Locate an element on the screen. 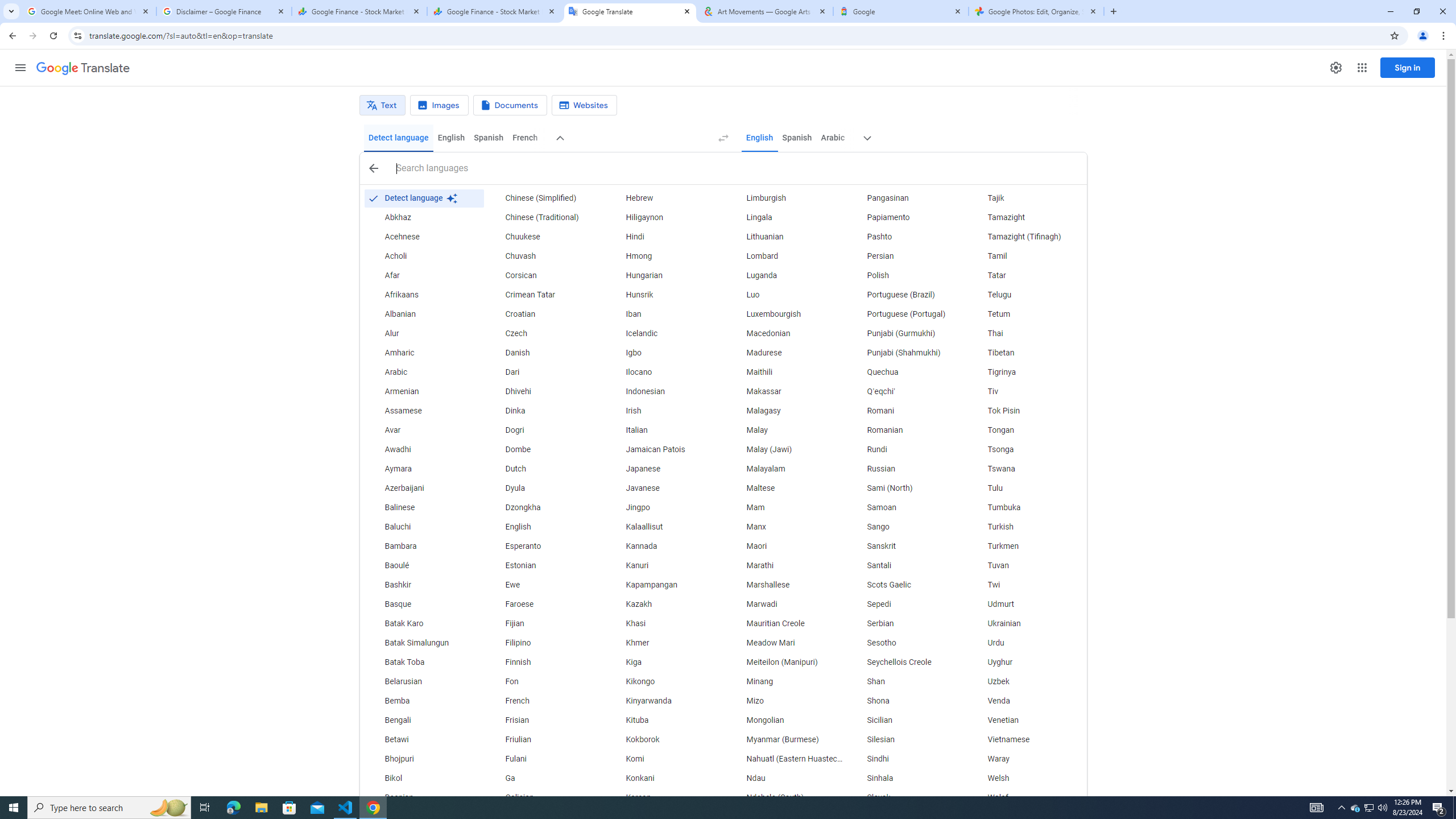 Image resolution: width=1456 pixels, height=819 pixels. 'Silesian' is located at coordinates (906, 740).